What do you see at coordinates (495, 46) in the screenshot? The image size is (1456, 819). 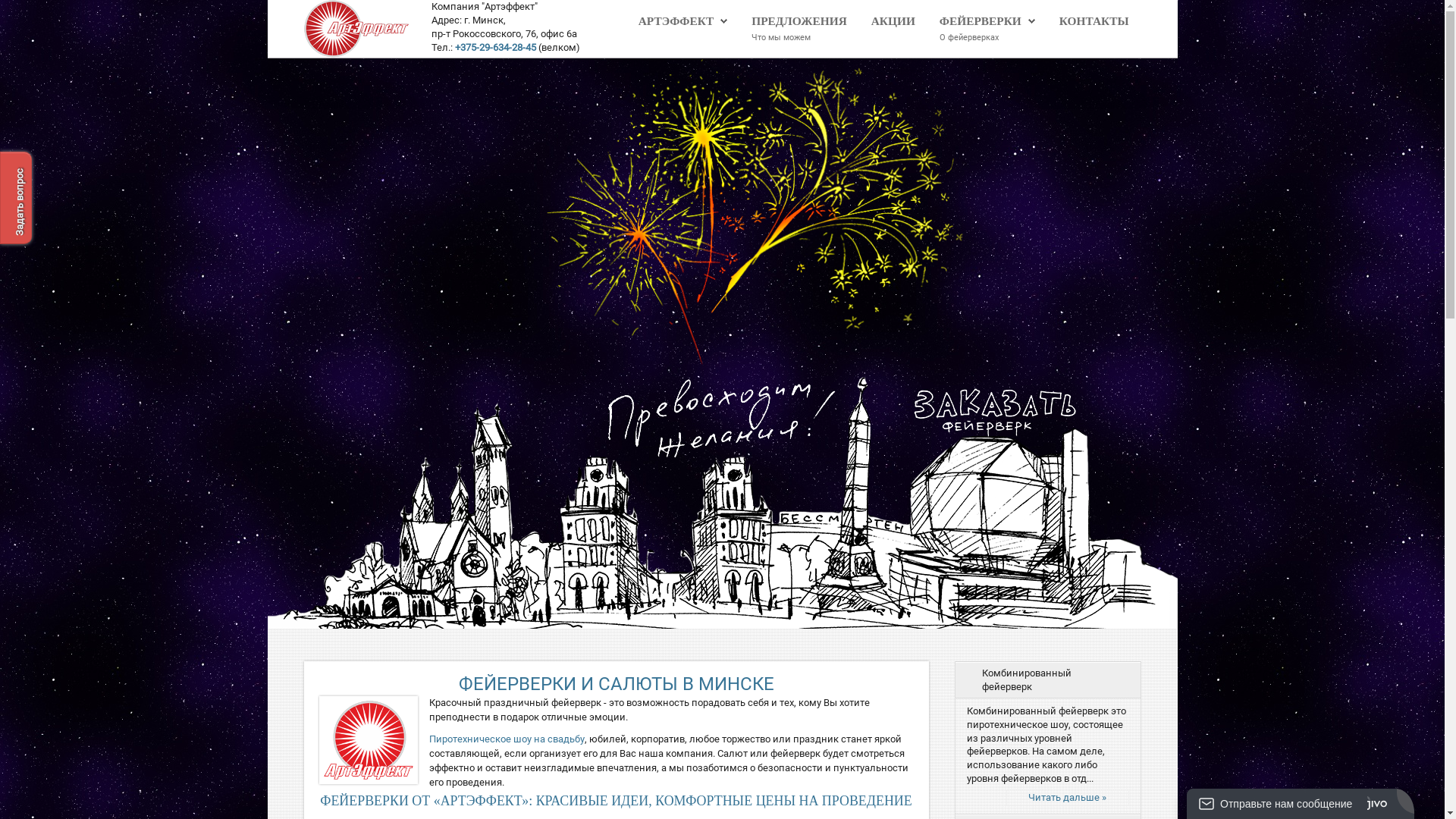 I see `'+375-29-634-28-45'` at bounding box center [495, 46].